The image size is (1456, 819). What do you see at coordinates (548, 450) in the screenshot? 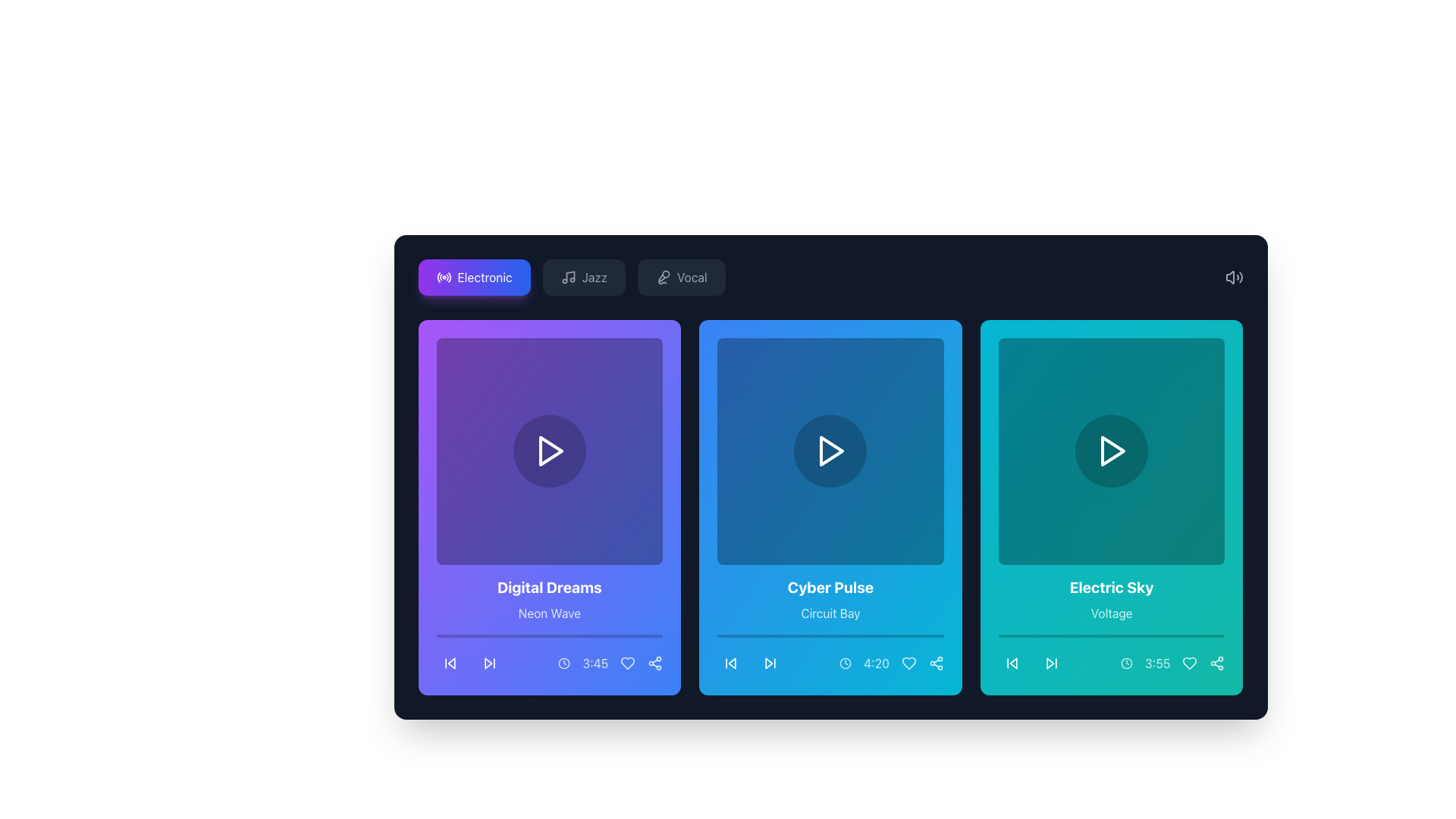
I see `the triangular play button icon outlined in white, located centrally within a circle on the purple card labeled 'Digital Dreams'` at bounding box center [548, 450].